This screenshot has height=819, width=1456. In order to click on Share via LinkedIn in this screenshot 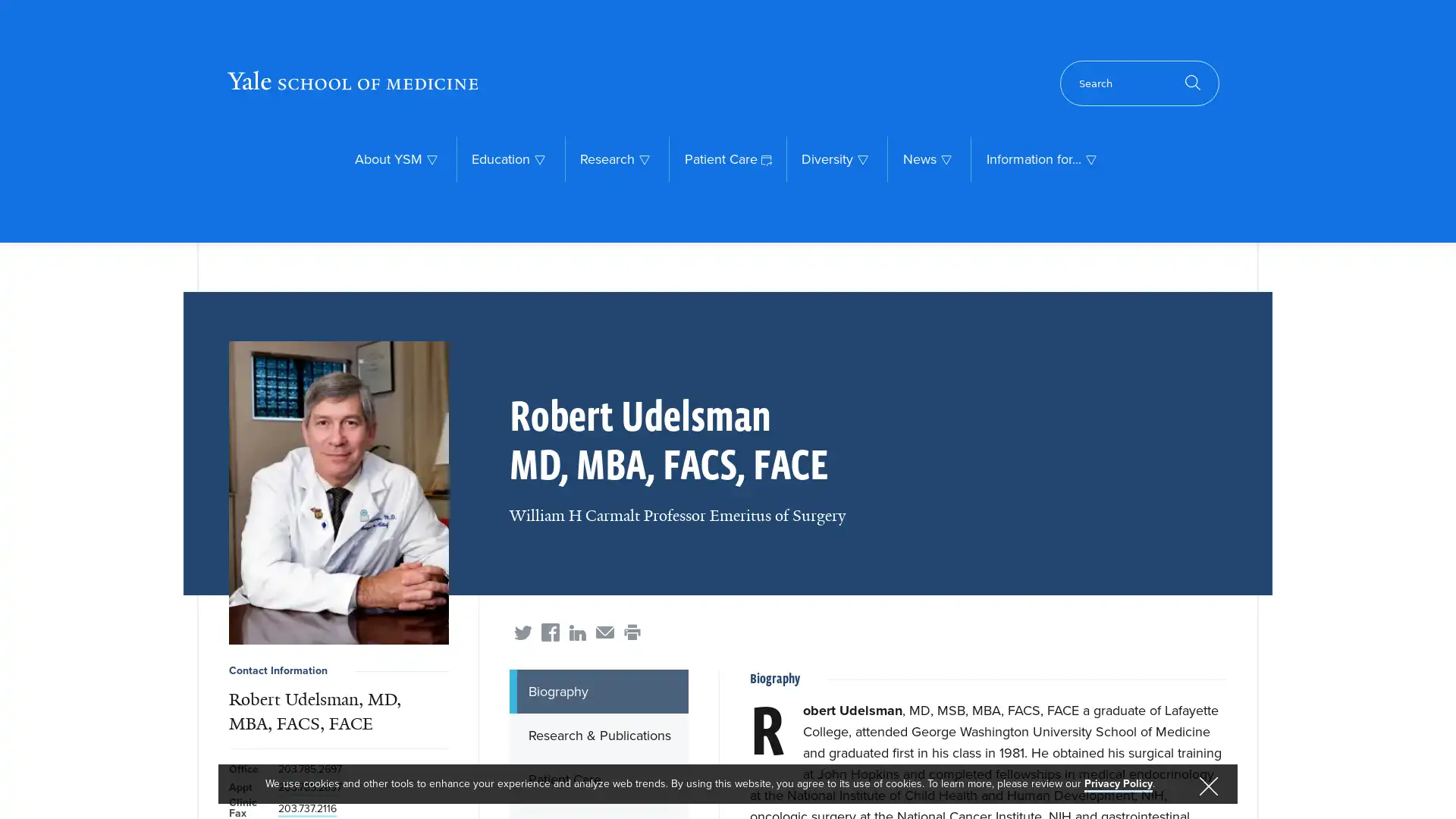, I will do `click(577, 632)`.